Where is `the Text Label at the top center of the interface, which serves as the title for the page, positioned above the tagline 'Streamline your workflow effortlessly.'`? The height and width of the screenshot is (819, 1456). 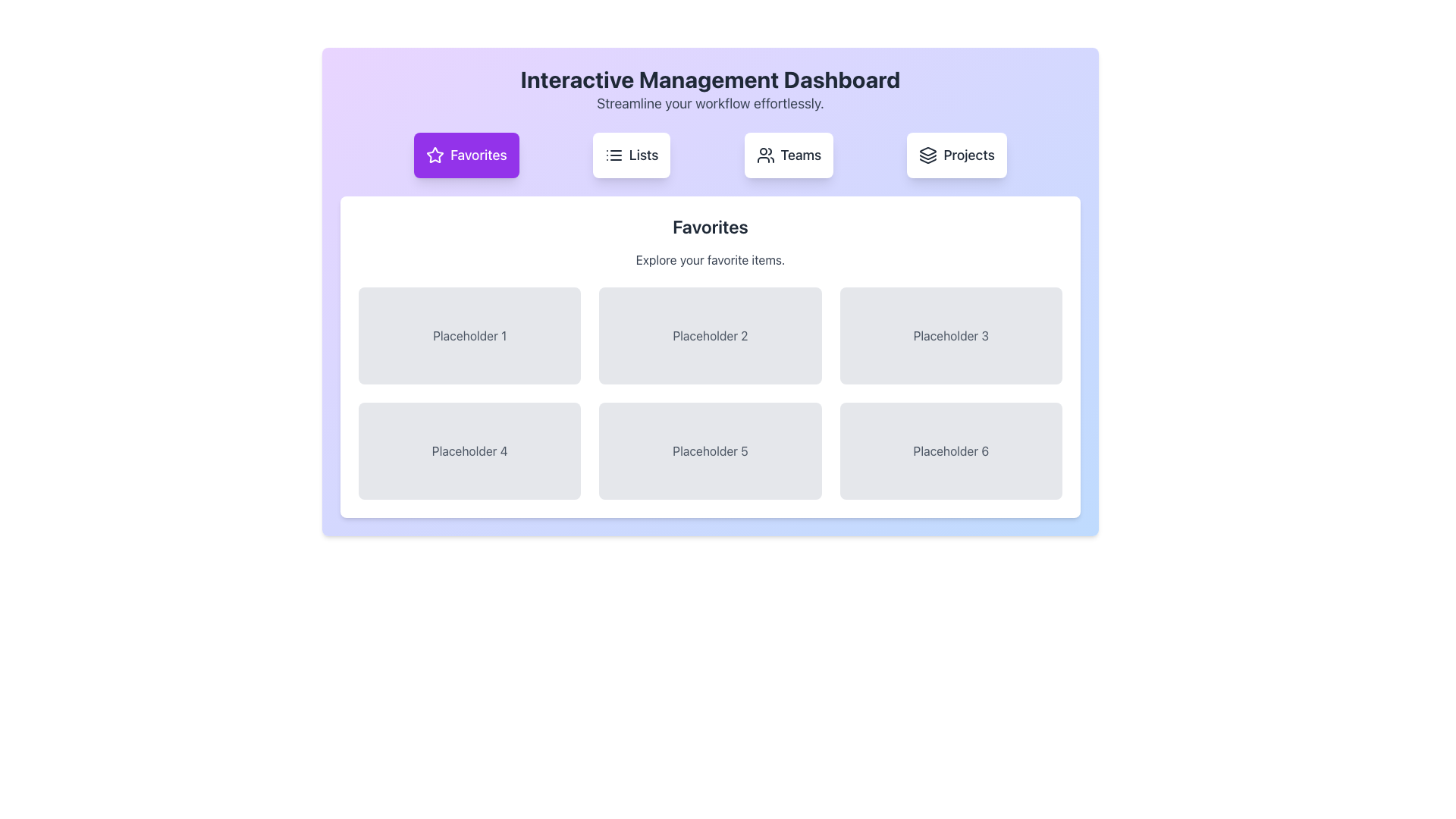
the Text Label at the top center of the interface, which serves as the title for the page, positioned above the tagline 'Streamline your workflow effortlessly.' is located at coordinates (709, 79).